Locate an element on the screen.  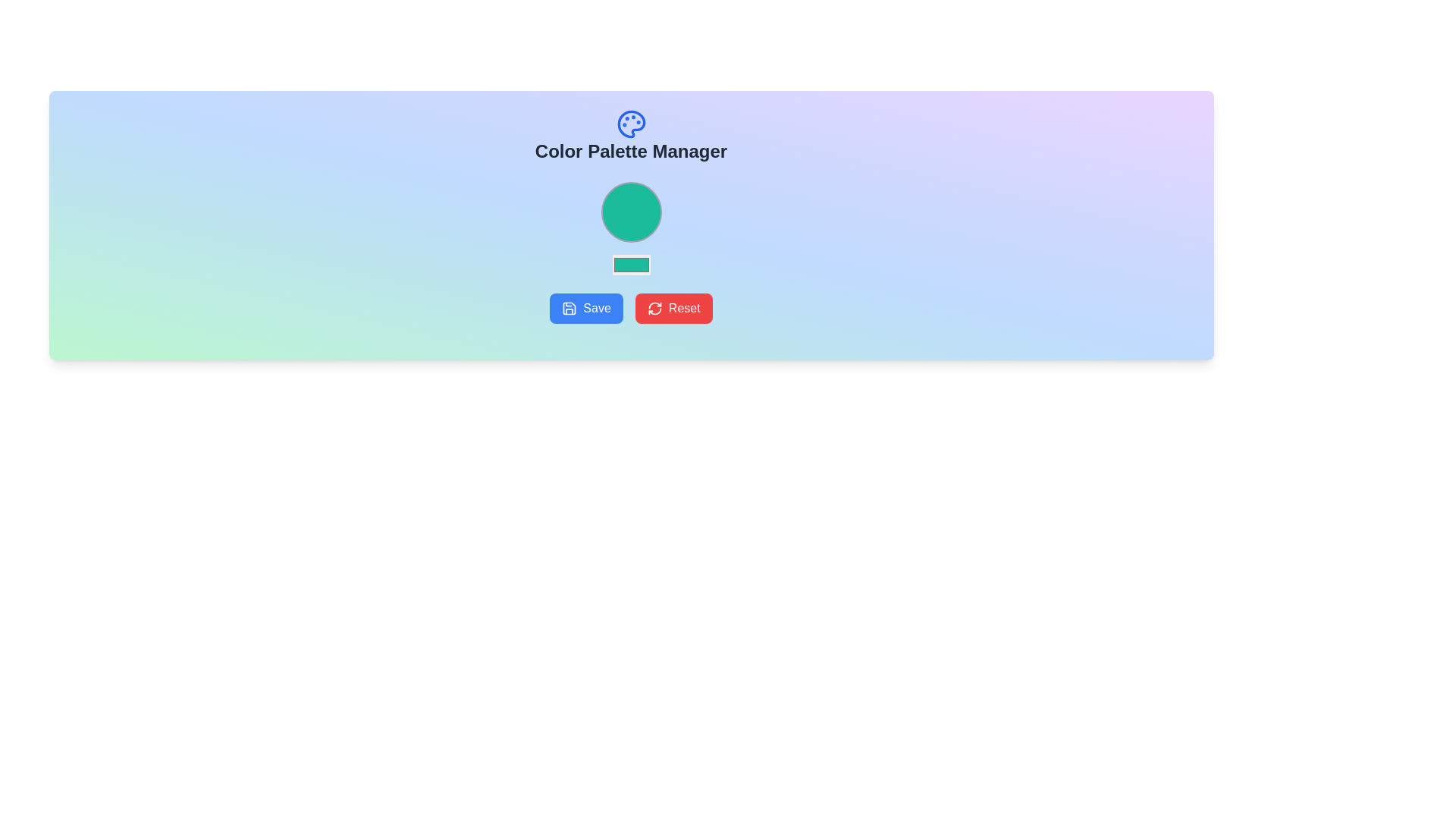
the 'Color Palette Manager' text label, which is styled in bold with a larger font size and is positioned beneath a palette icon for potential future interactions is located at coordinates (631, 152).